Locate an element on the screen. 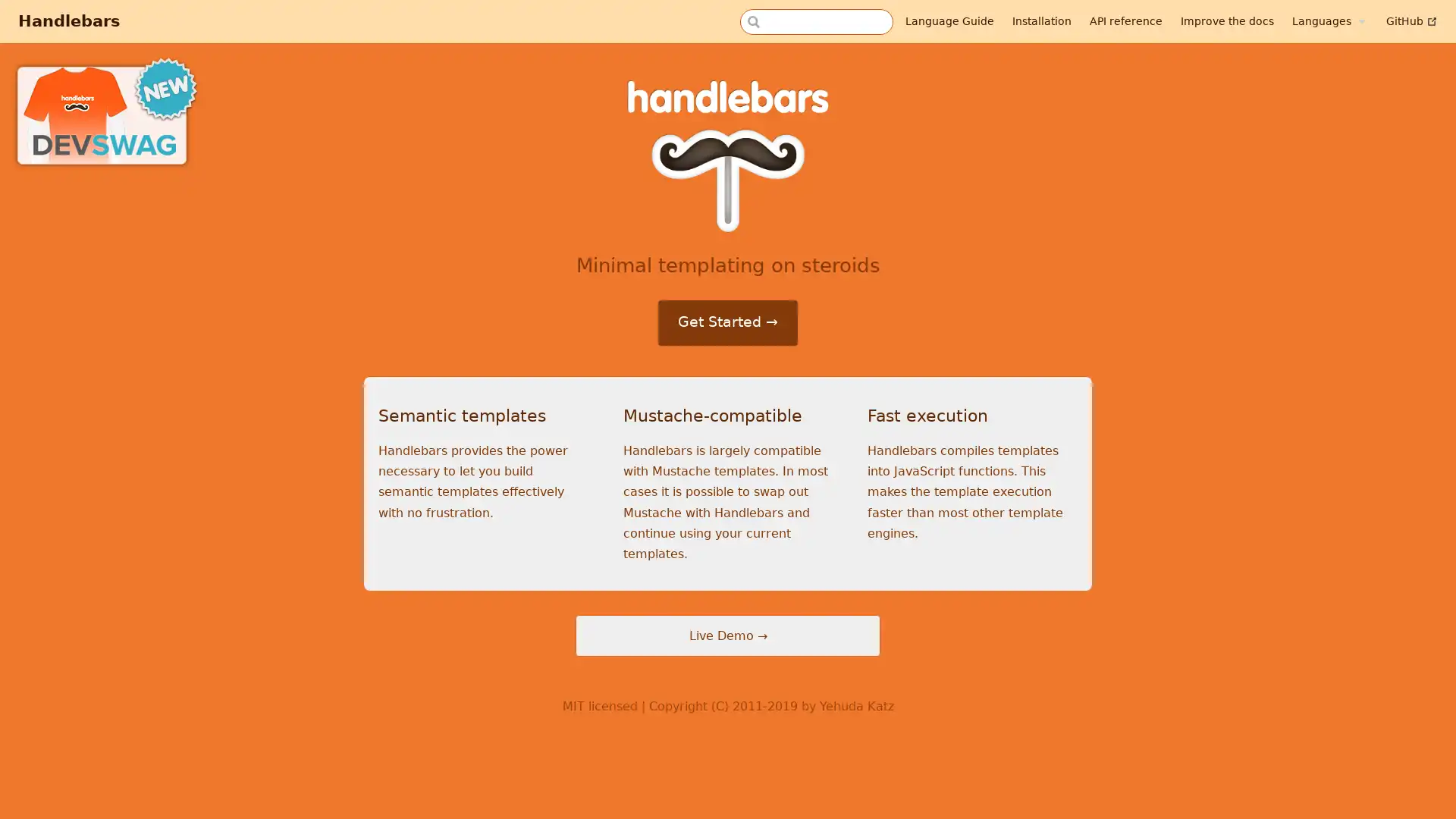  Languages is located at coordinates (1327, 20).